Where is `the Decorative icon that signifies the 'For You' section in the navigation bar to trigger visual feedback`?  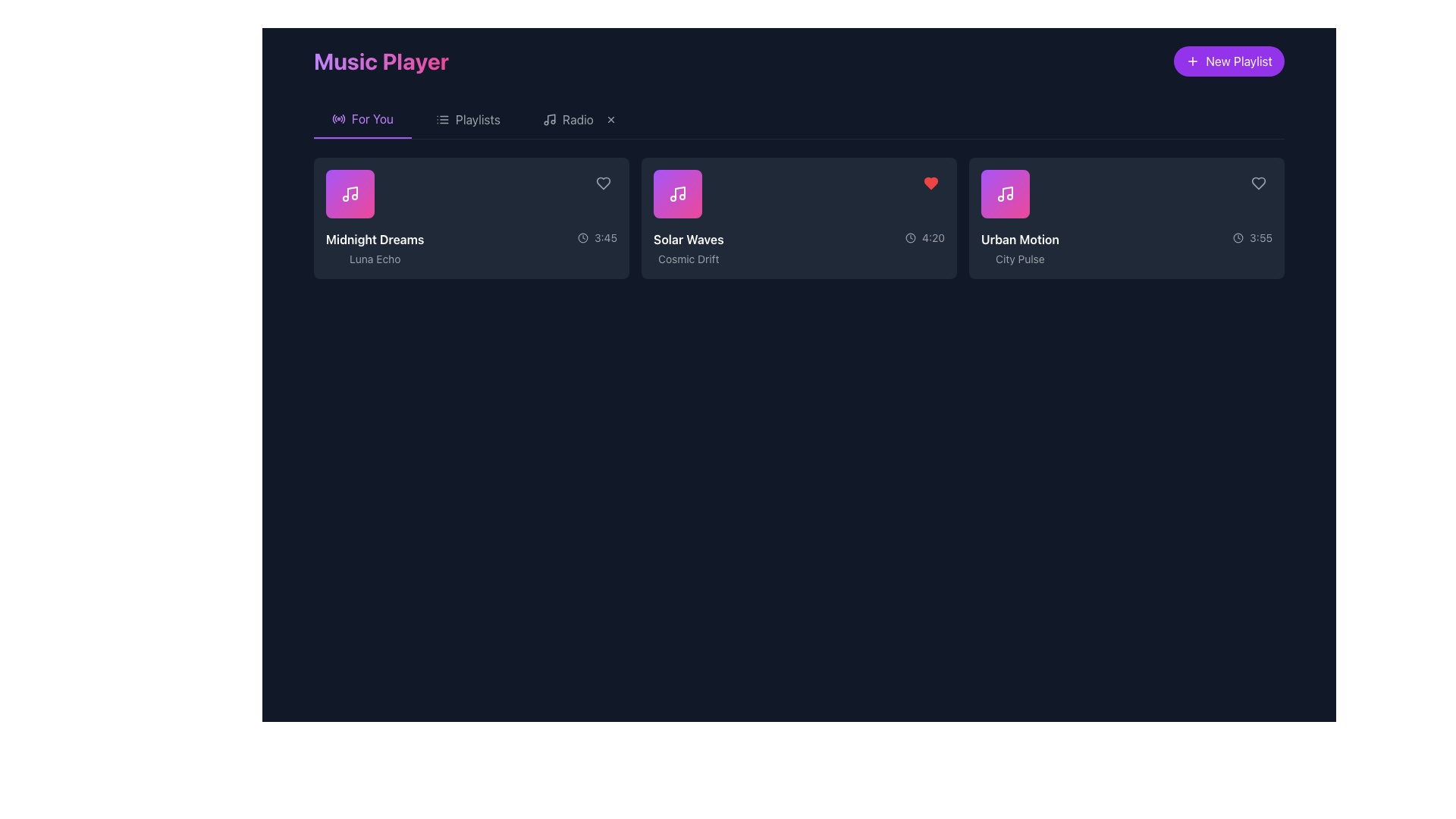
the Decorative icon that signifies the 'For You' section in the navigation bar to trigger visual feedback is located at coordinates (337, 118).